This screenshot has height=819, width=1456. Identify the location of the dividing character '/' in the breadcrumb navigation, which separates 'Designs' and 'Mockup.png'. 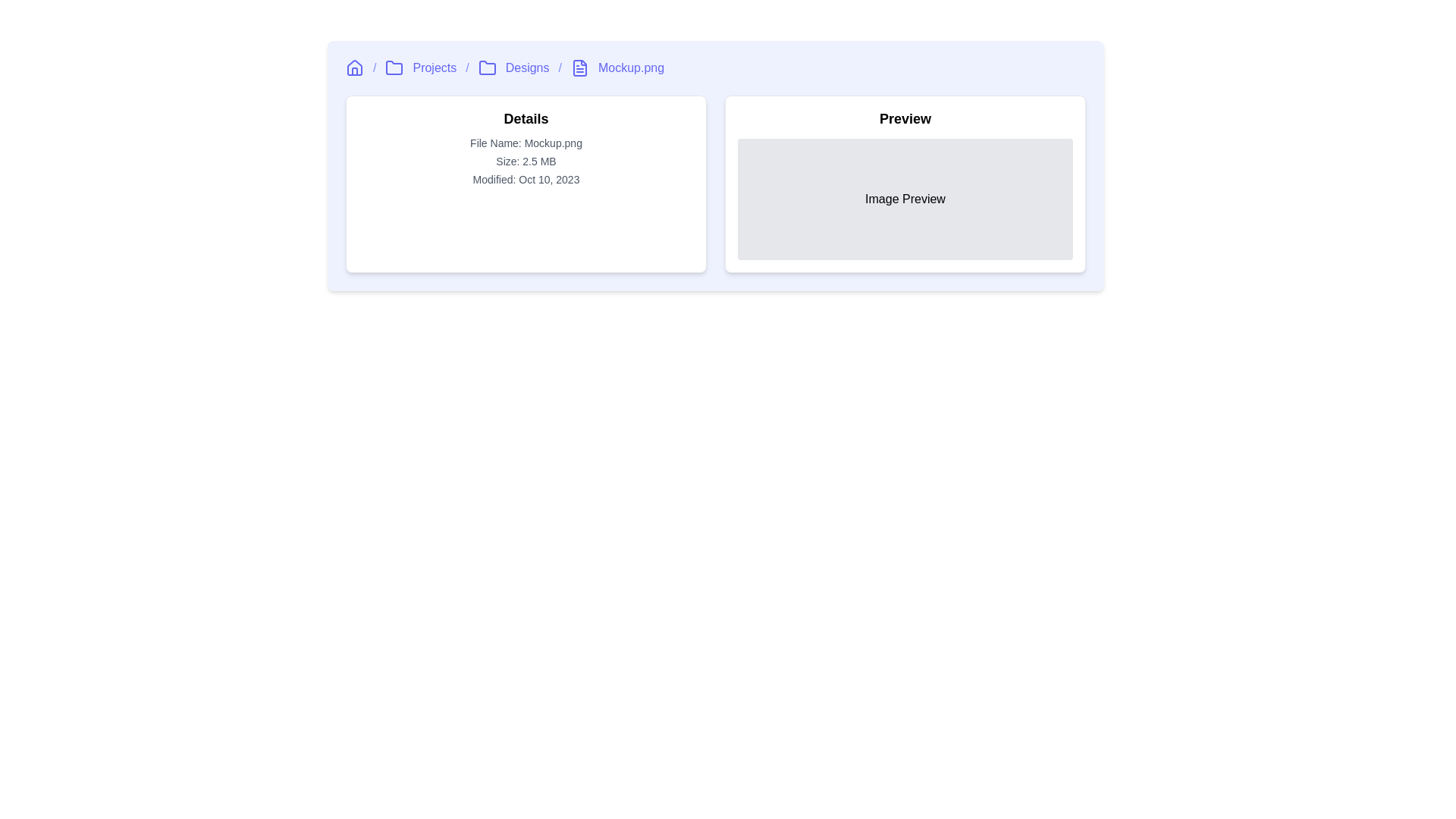
(559, 67).